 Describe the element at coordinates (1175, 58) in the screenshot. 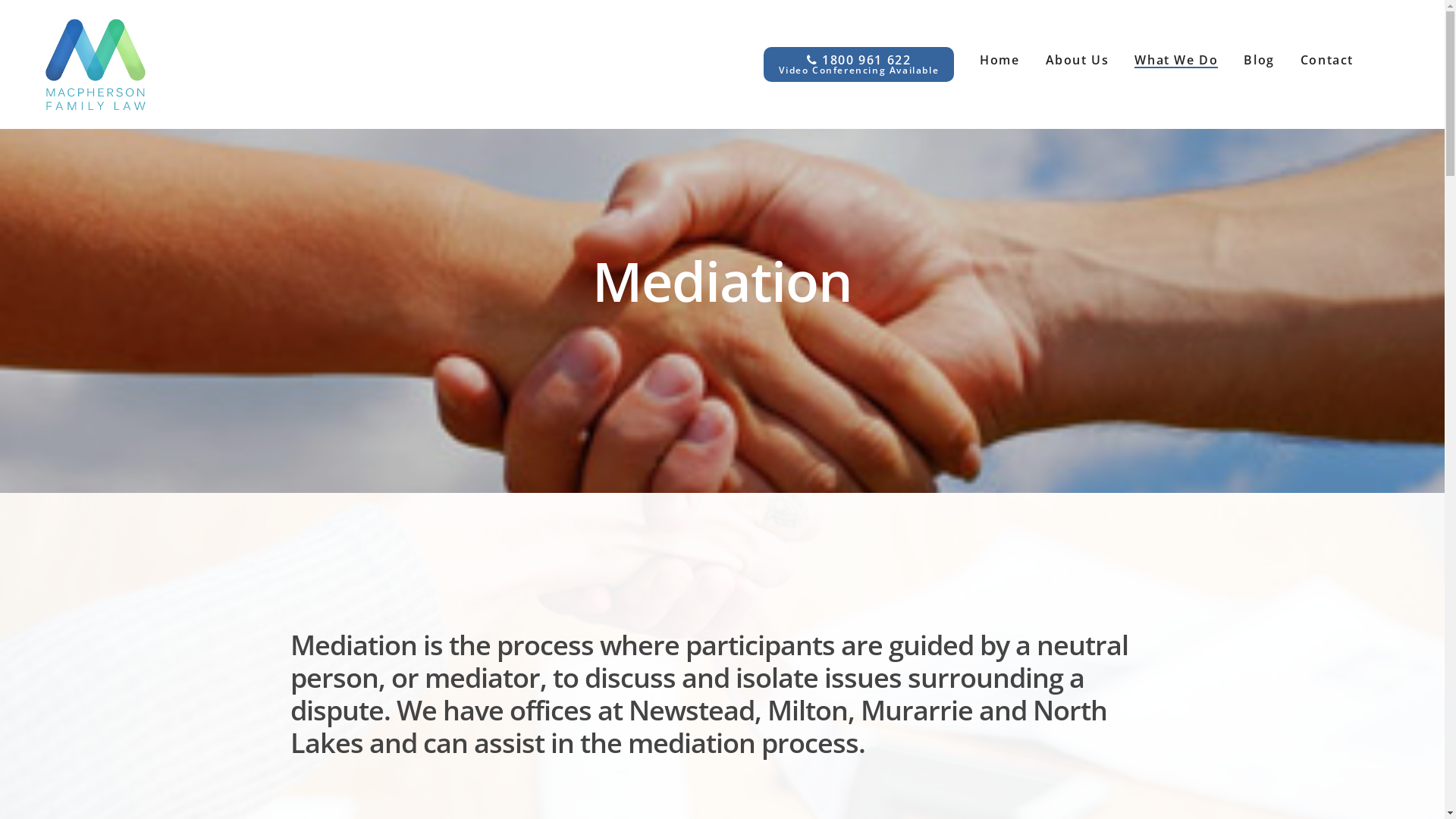

I see `'What We Do'` at that location.